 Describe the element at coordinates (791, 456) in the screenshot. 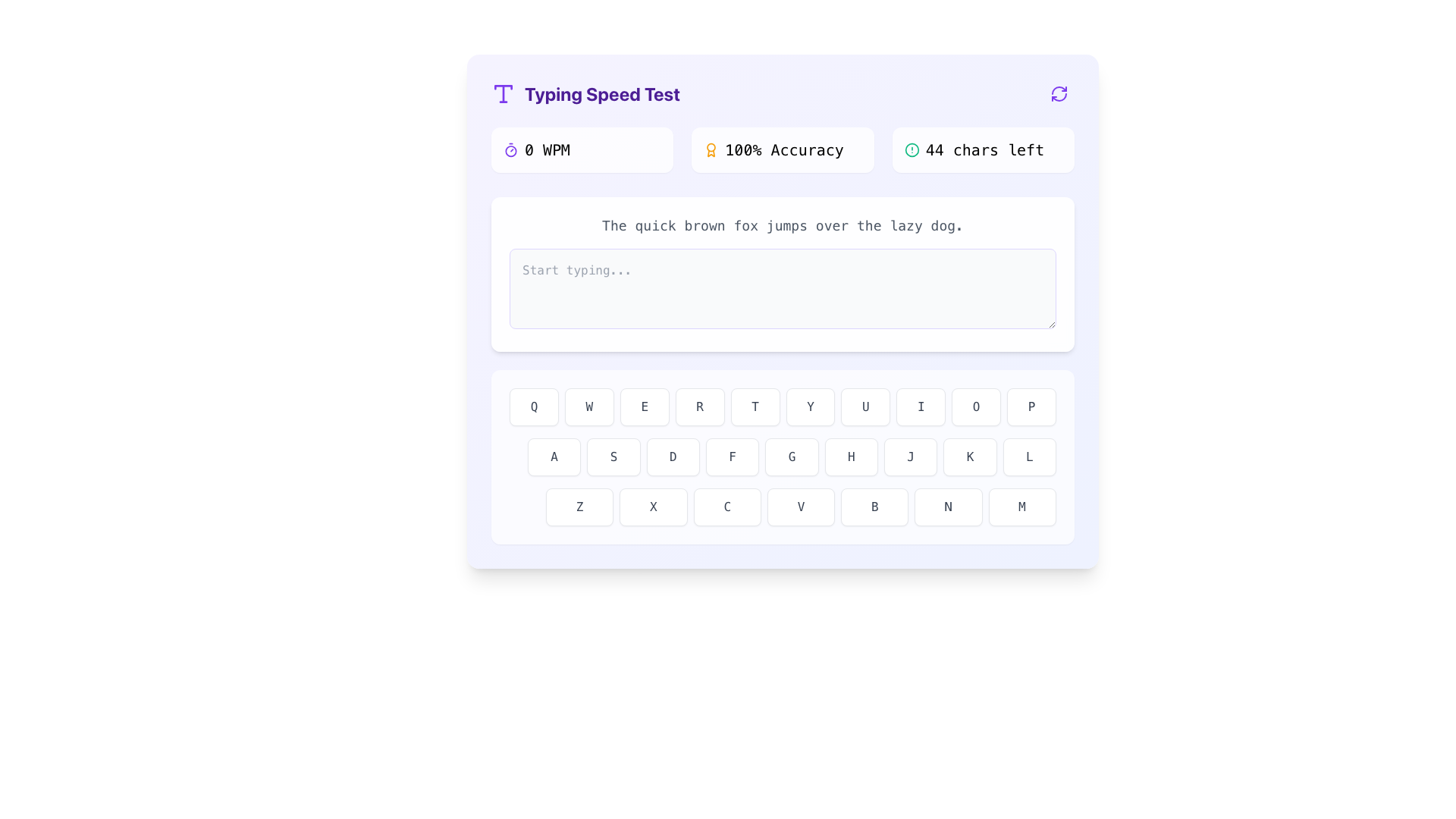

I see `the 'G' key button in the typing interface to simulate typing 'G'` at that location.